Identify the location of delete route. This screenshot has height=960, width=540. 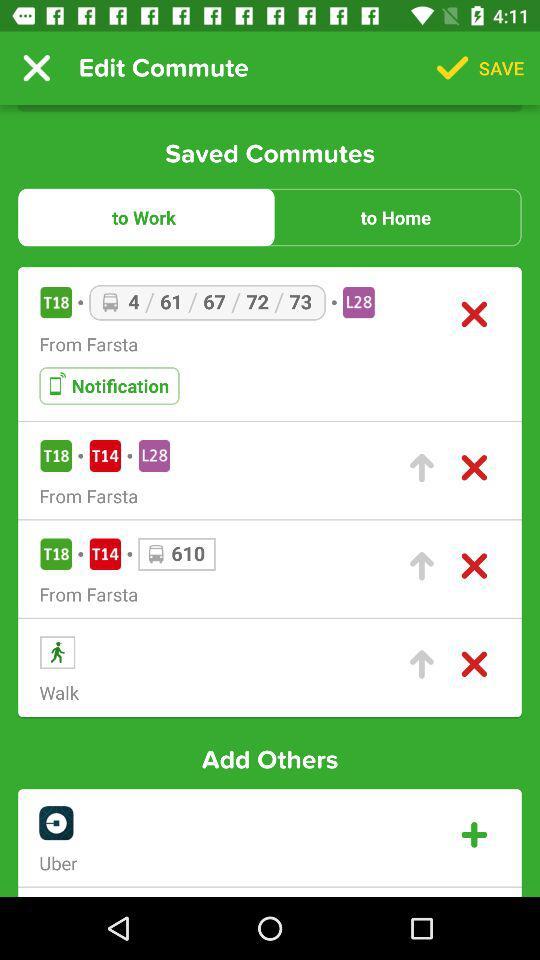
(473, 314).